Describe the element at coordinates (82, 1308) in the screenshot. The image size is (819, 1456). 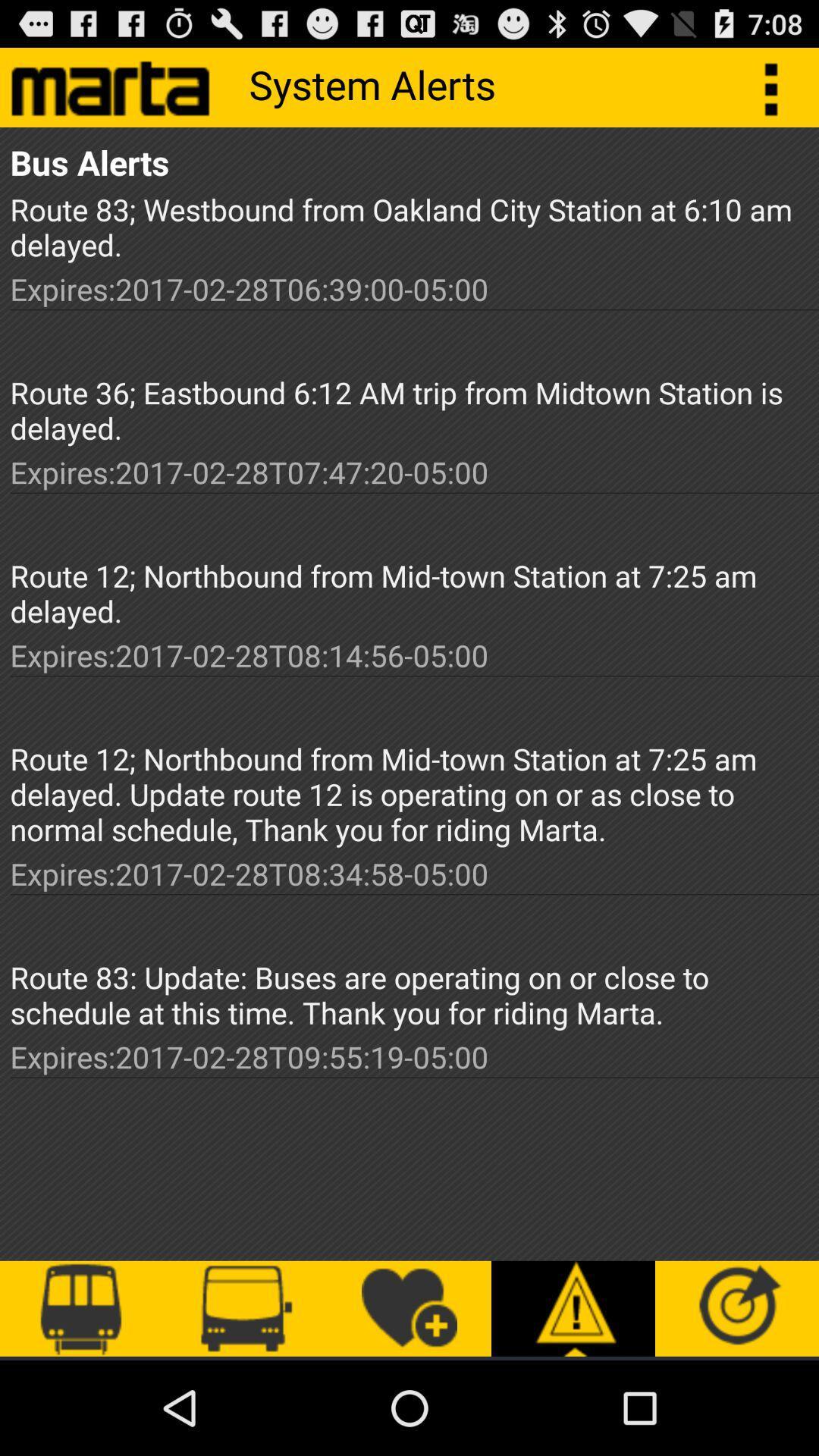
I see `the first icon from bottom` at that location.